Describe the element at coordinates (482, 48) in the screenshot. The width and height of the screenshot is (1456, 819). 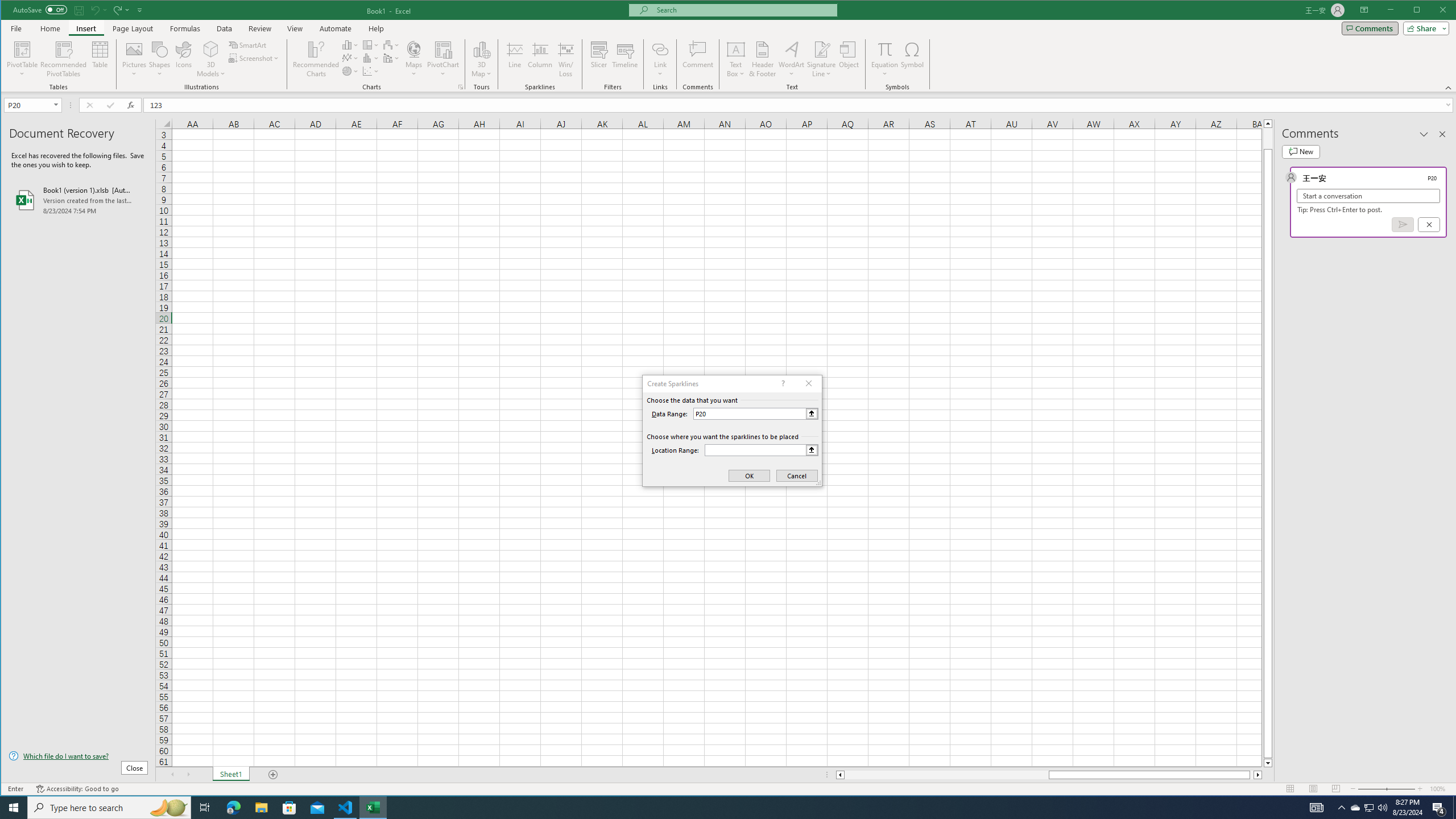
I see `'3D Map'` at that location.